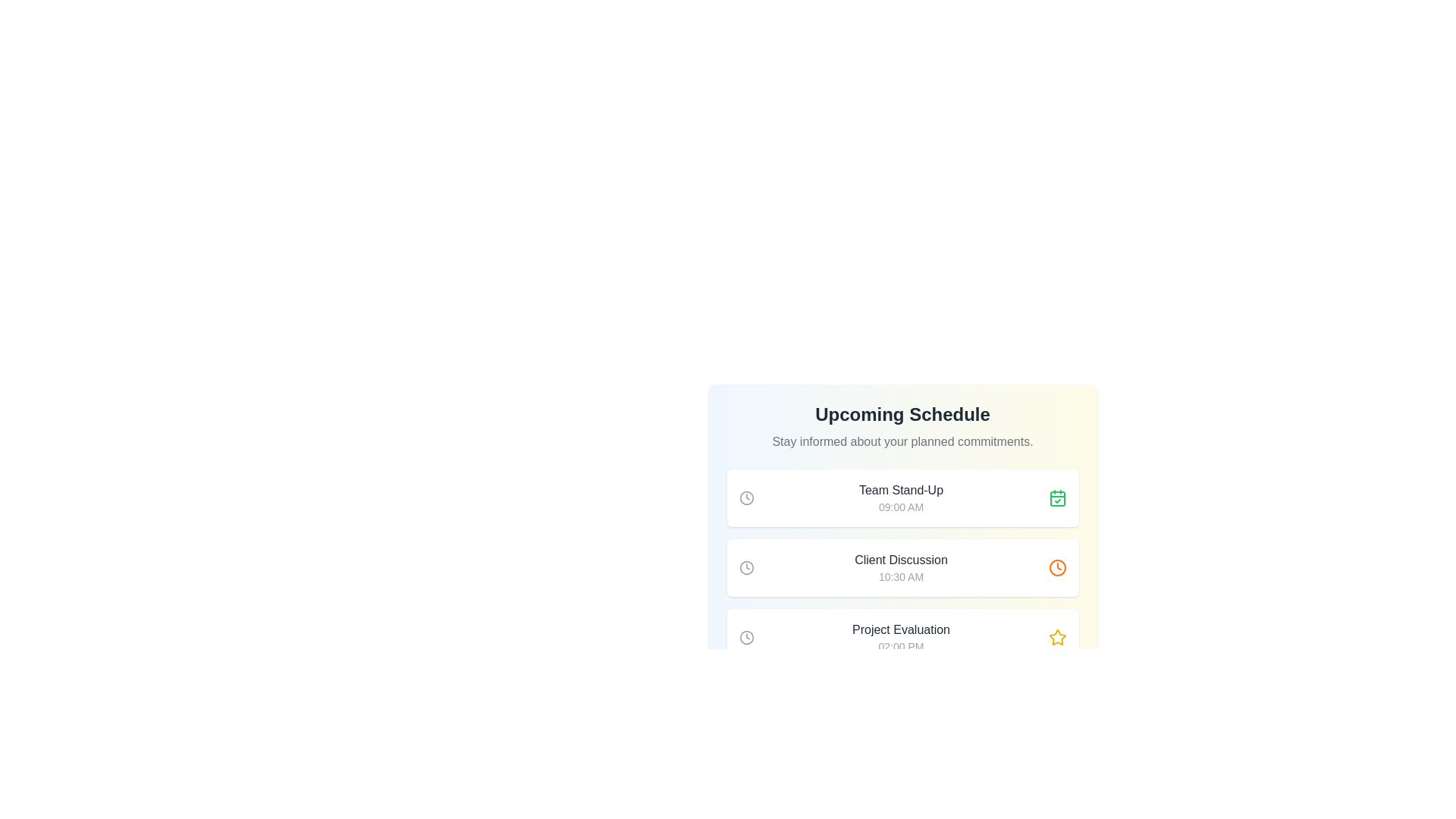  I want to click on the information displayed by the calendar icon with a green border located in the top-right corner of the schedule list, so click(1056, 499).